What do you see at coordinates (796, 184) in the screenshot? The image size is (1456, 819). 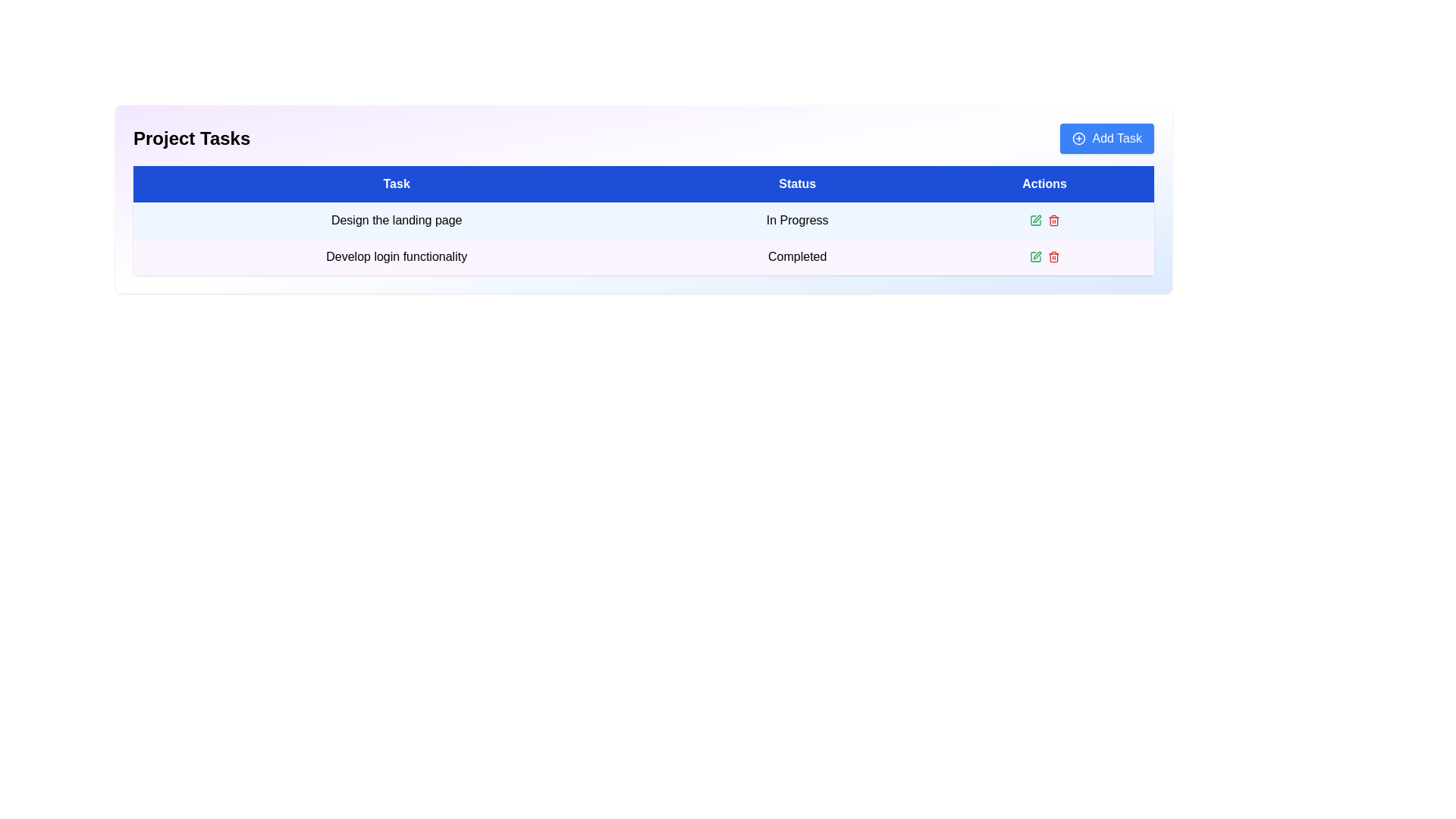 I see `the Table column header labeled 'Status'` at bounding box center [796, 184].